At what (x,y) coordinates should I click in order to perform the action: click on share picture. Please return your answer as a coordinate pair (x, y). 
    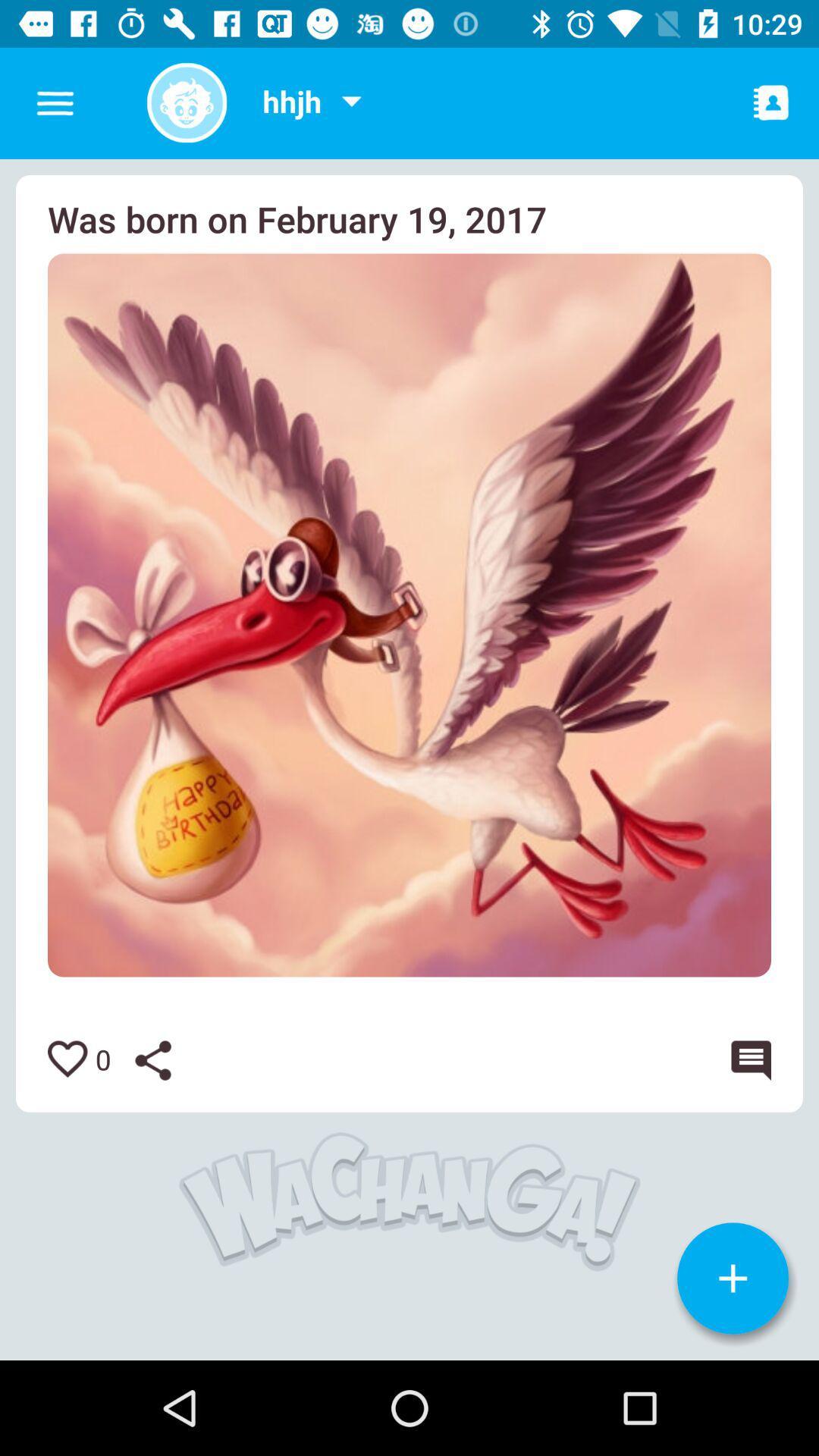
    Looking at the image, I should click on (165, 1059).